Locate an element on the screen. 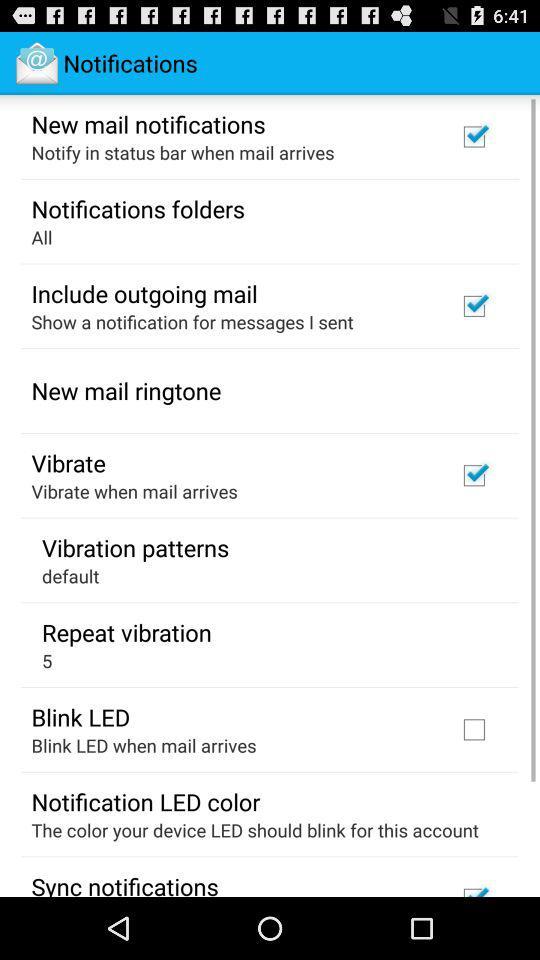  the 5 item is located at coordinates (47, 659).